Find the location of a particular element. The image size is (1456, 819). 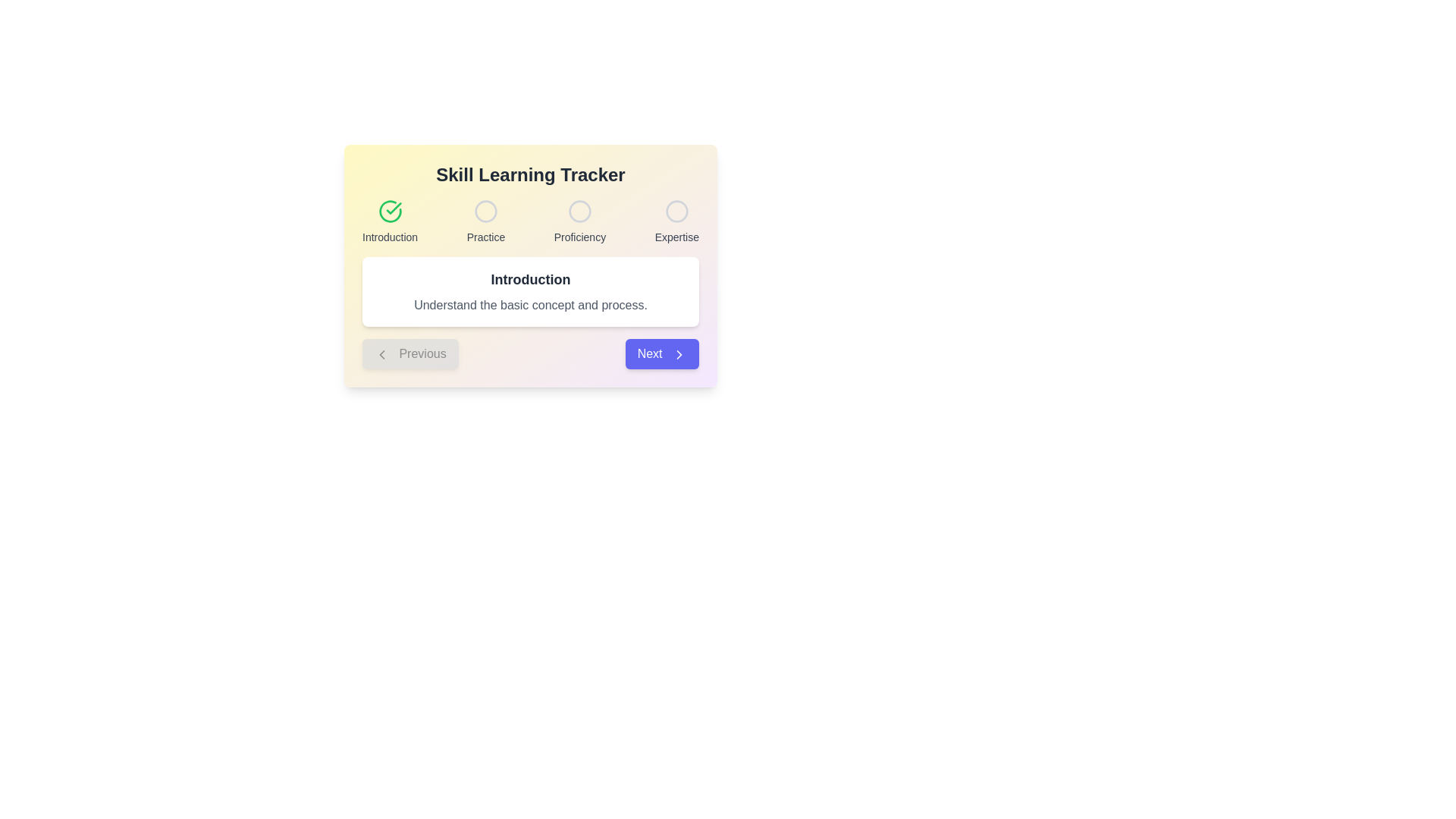

the 'Previous' button that contains the left-facing arrow icon, located in the bottom-left section of the card is located at coordinates (382, 353).